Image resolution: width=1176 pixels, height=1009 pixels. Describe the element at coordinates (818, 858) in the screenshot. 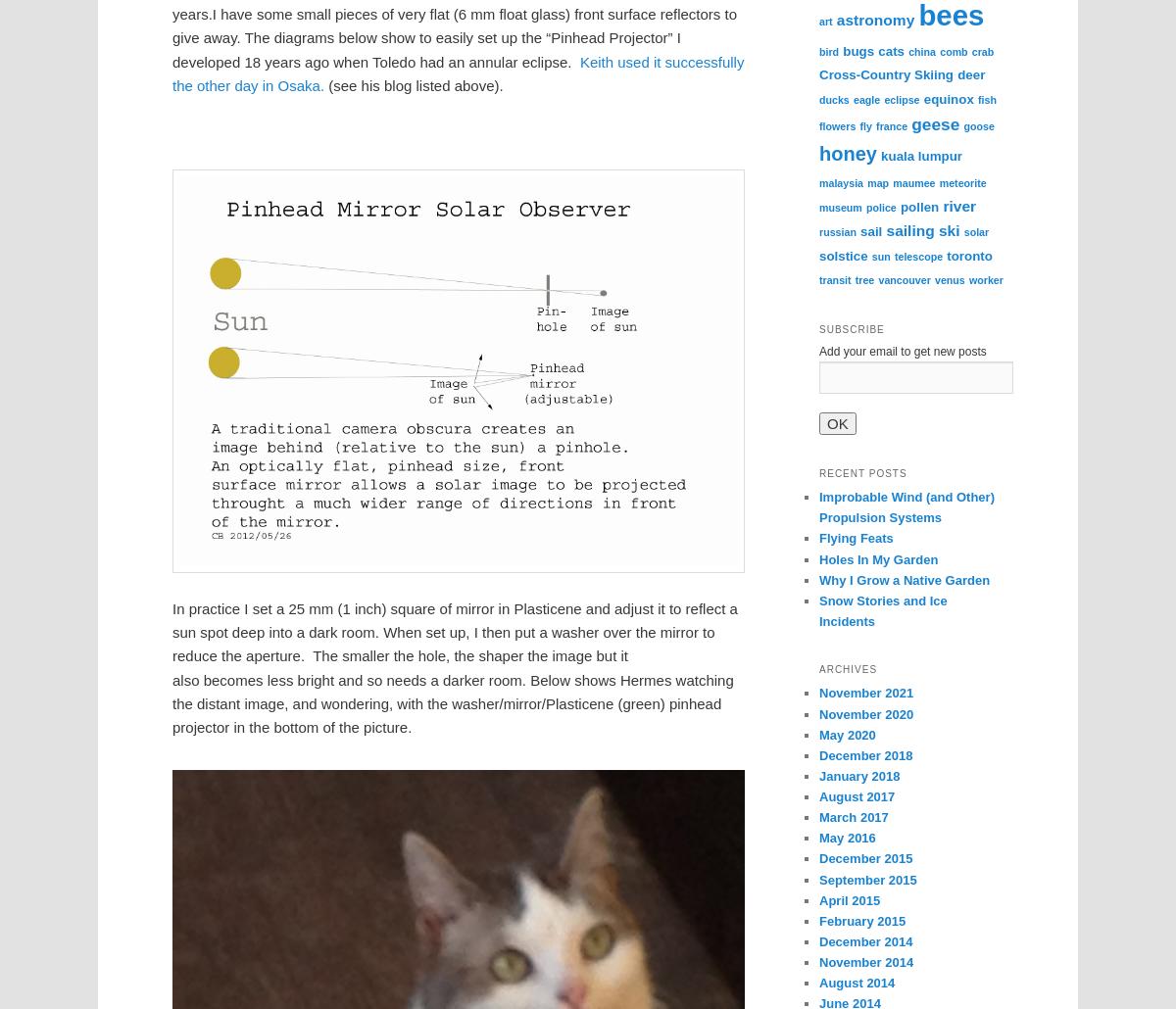

I see `'December 2015'` at that location.